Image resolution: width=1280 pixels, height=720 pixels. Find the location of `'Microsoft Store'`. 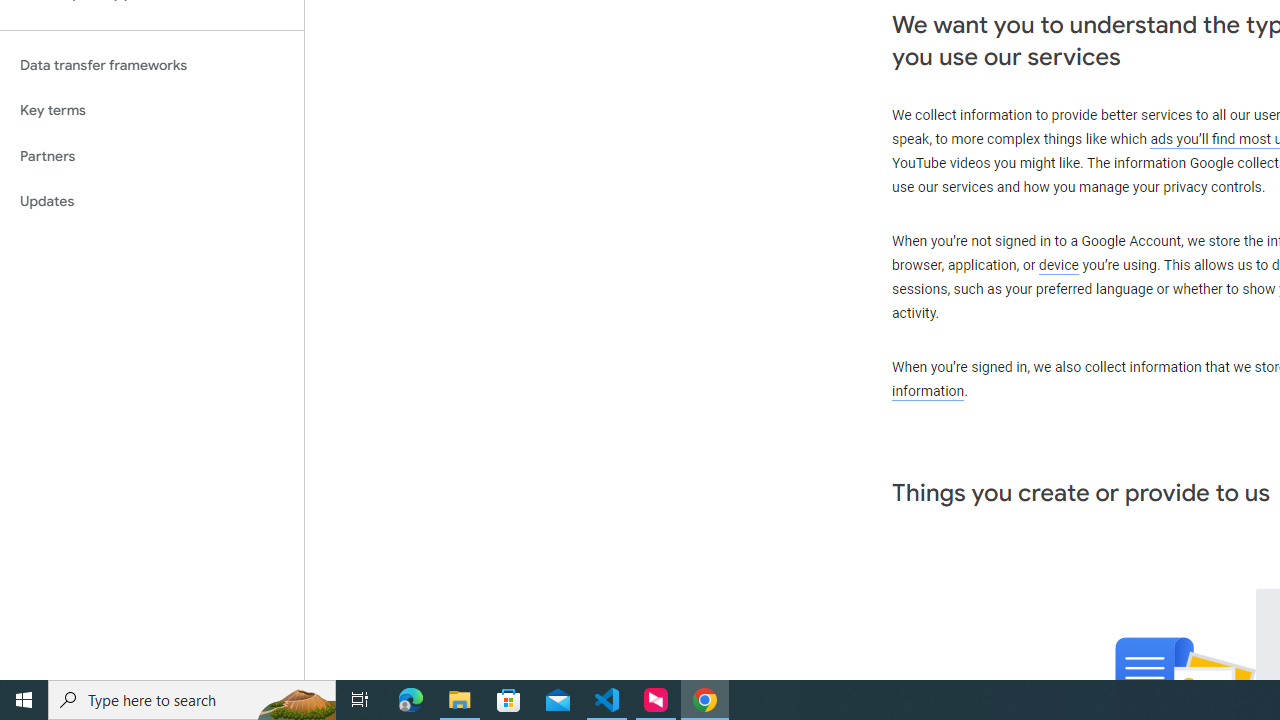

'Microsoft Store' is located at coordinates (509, 698).